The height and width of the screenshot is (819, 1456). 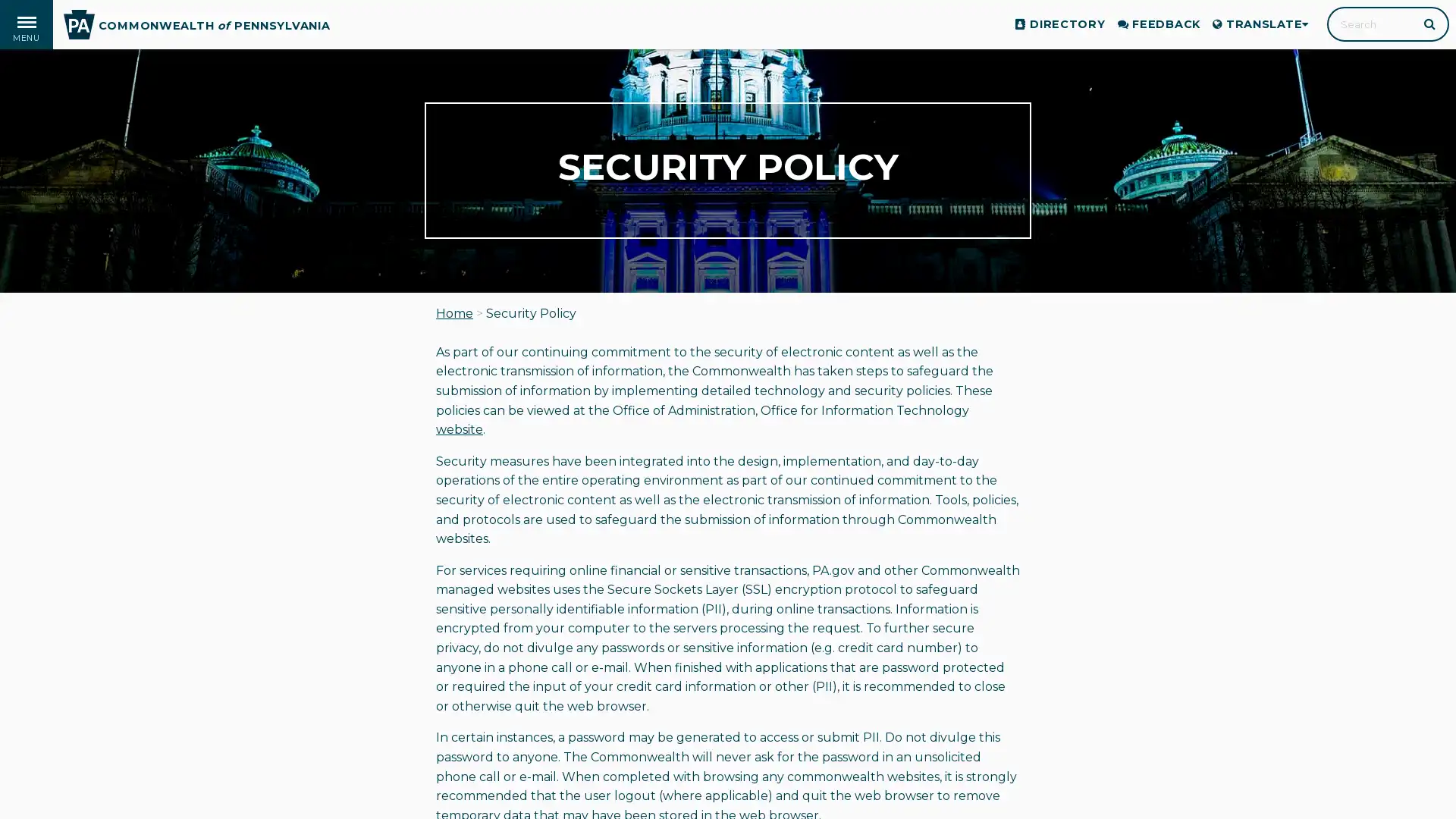 What do you see at coordinates (1430, 23) in the screenshot?
I see `Search` at bounding box center [1430, 23].